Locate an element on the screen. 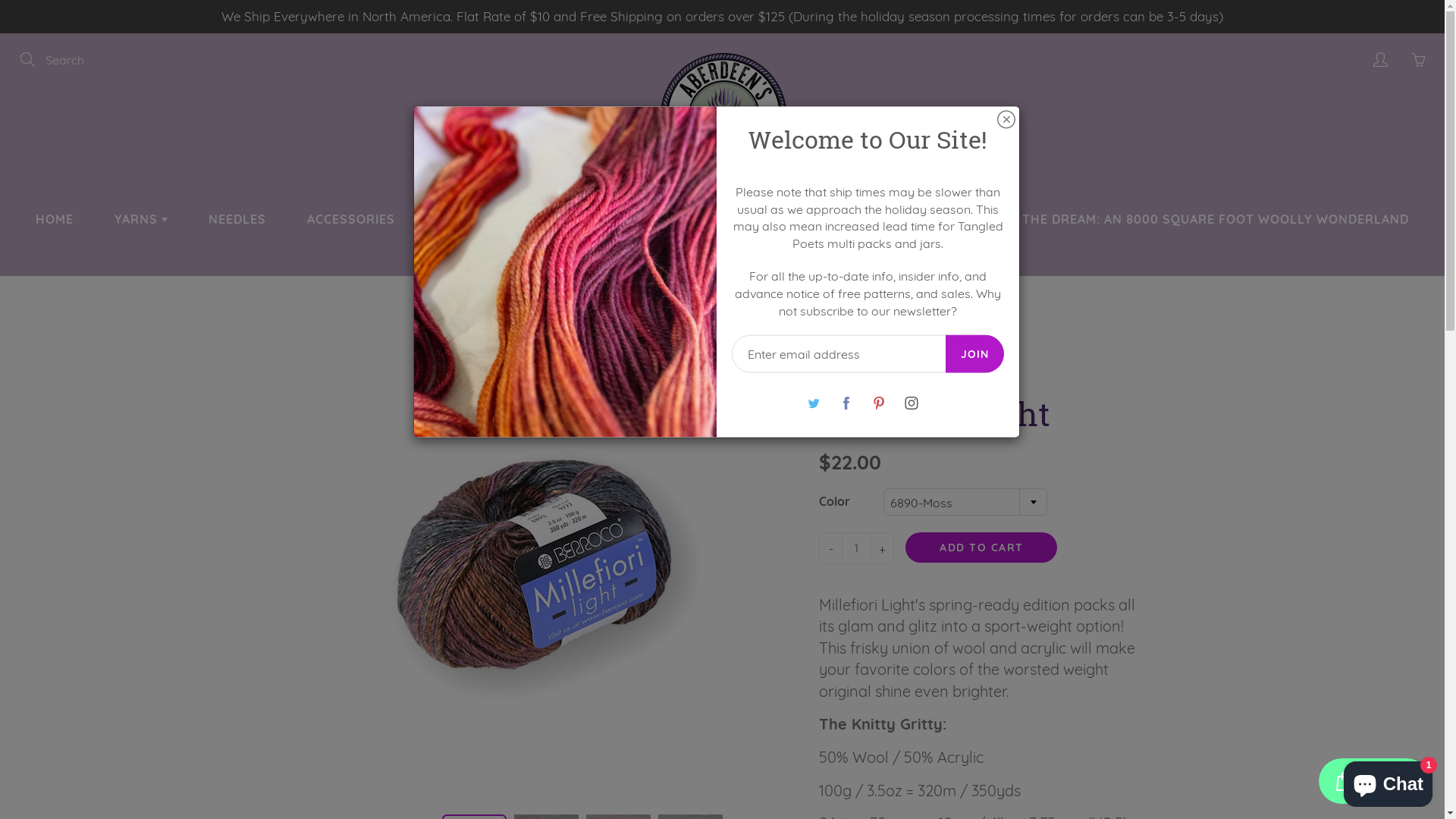 The height and width of the screenshot is (819, 1456). 'My account' is located at coordinates (1379, 58).